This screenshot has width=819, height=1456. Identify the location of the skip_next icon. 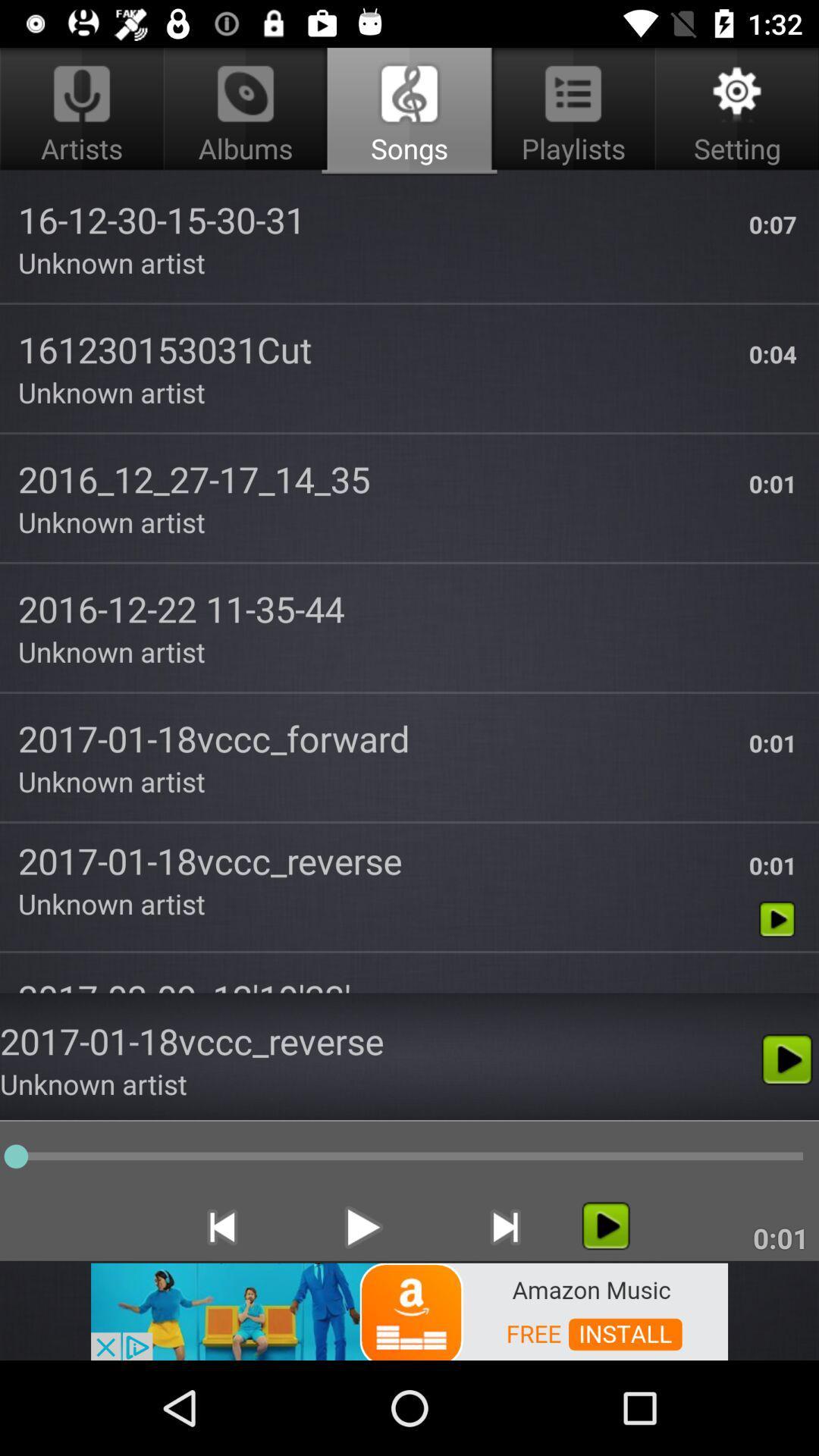
(505, 1227).